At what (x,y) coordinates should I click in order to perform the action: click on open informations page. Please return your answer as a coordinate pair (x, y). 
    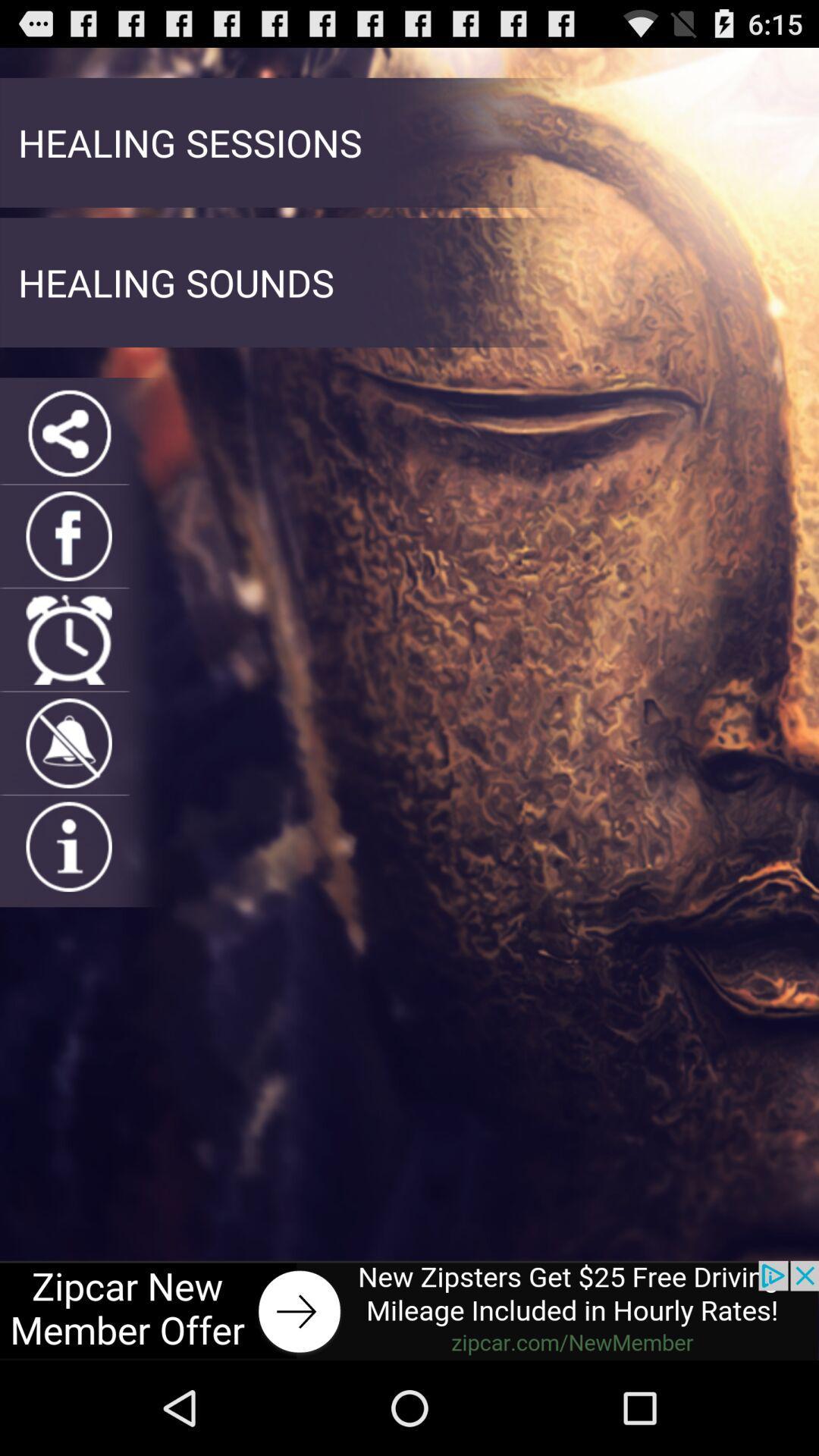
    Looking at the image, I should click on (69, 846).